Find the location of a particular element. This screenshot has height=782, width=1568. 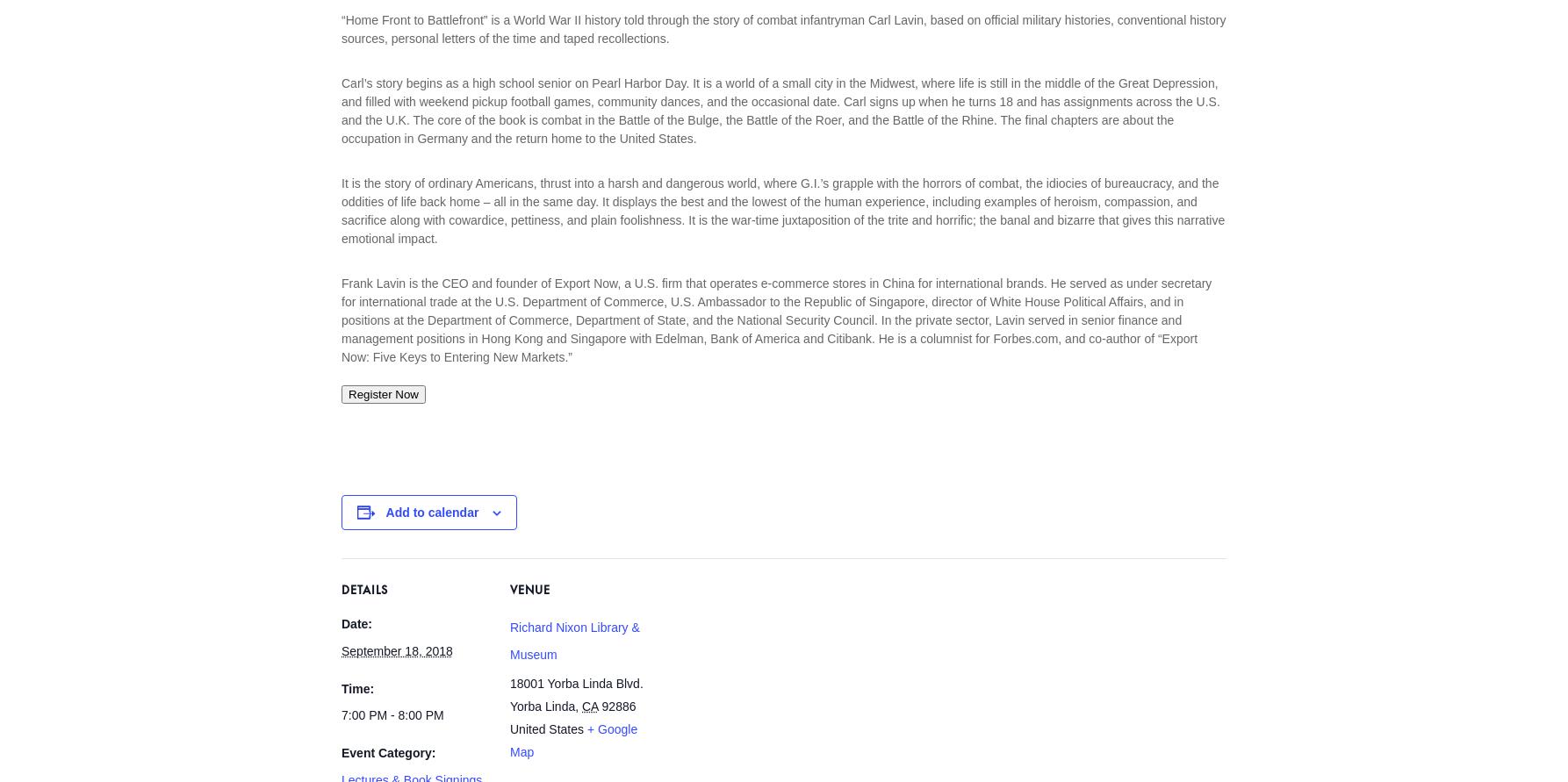

'Date:' is located at coordinates (356, 623).